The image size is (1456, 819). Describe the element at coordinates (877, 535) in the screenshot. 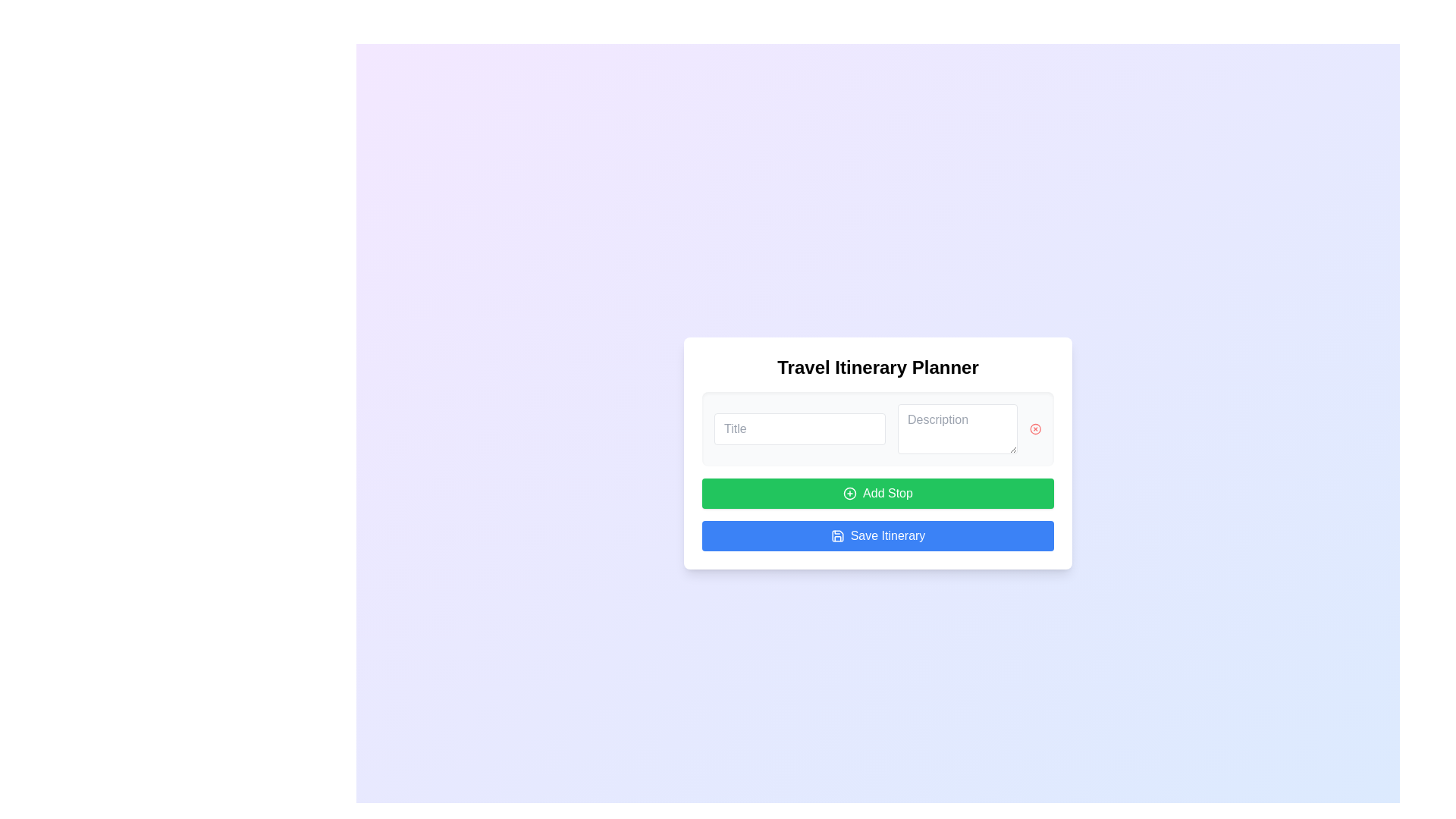

I see `the confirm button located below the 'Add Stop' button` at that location.